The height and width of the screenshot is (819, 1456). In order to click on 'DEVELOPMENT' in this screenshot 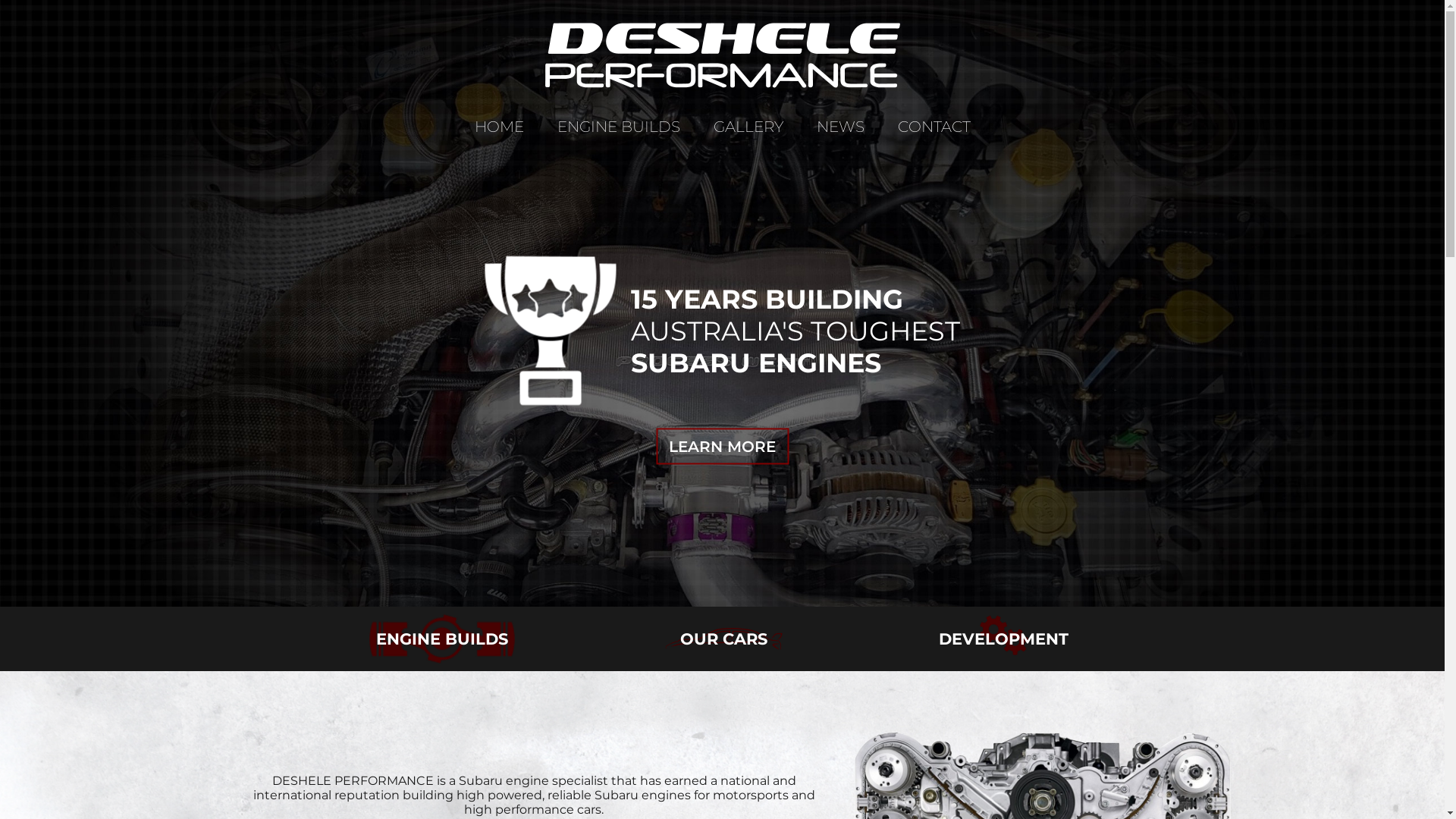, I will do `click(1003, 640)`.